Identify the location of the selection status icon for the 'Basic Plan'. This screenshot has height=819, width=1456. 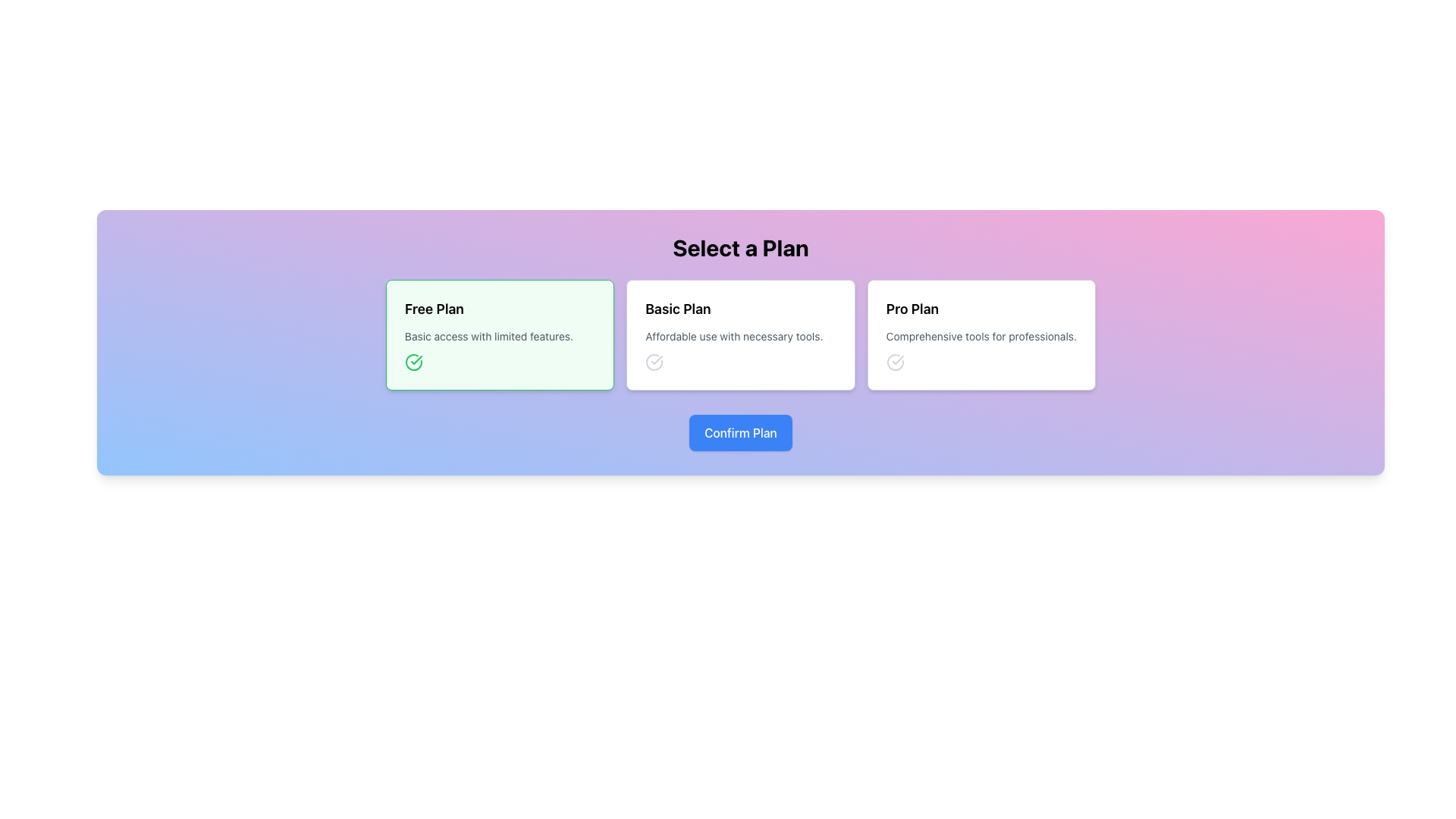
(654, 362).